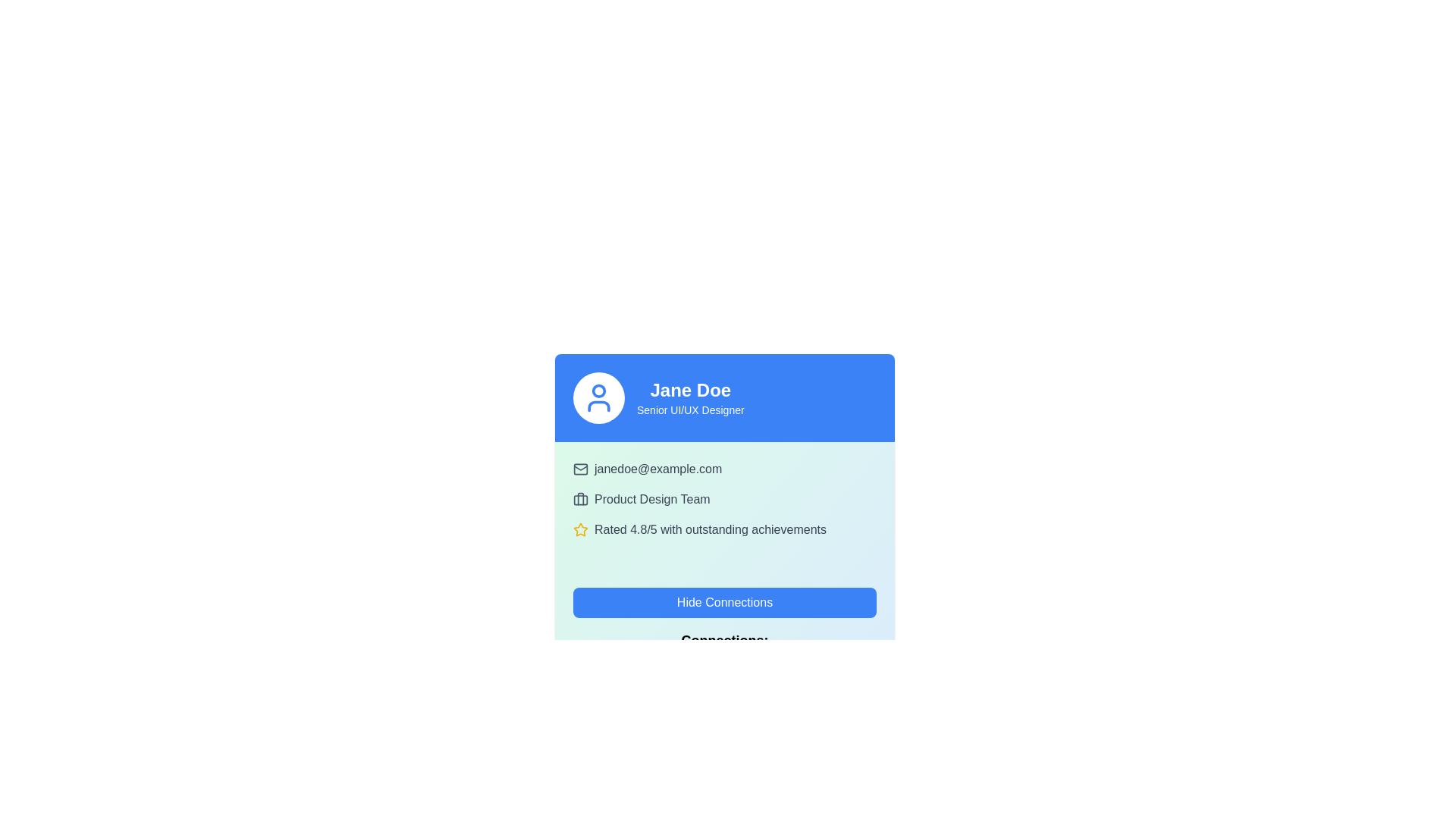  What do you see at coordinates (689, 397) in the screenshot?
I see `the text component displaying 'Jane Doe' and 'Senior UI/UX Designer'` at bounding box center [689, 397].